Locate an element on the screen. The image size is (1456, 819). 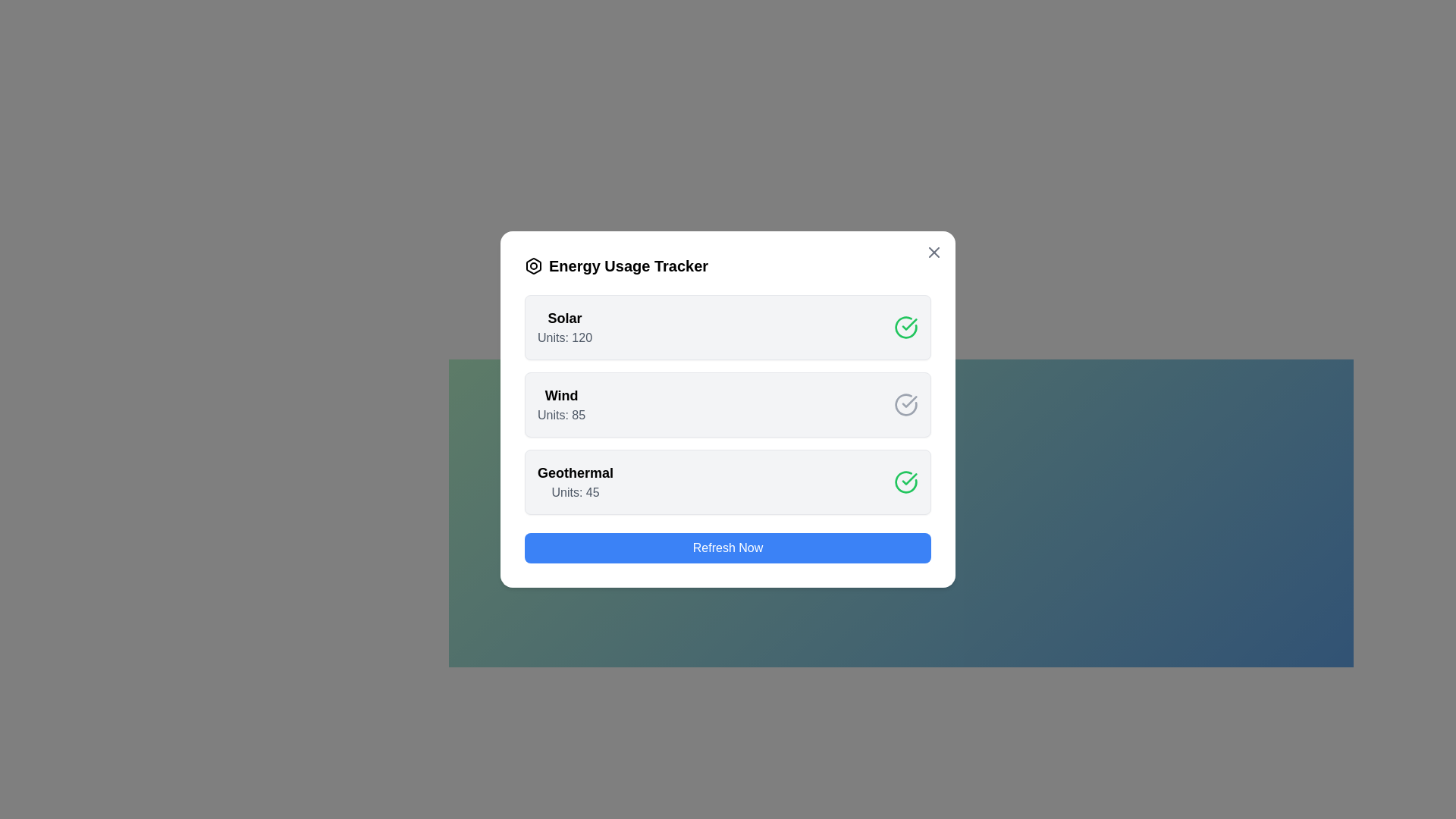
the bold text label reading 'Geothermal' located in the lower third of the 'Energy Usage Tracker' modal, below the labels 'Solar' and 'Wind' is located at coordinates (574, 472).